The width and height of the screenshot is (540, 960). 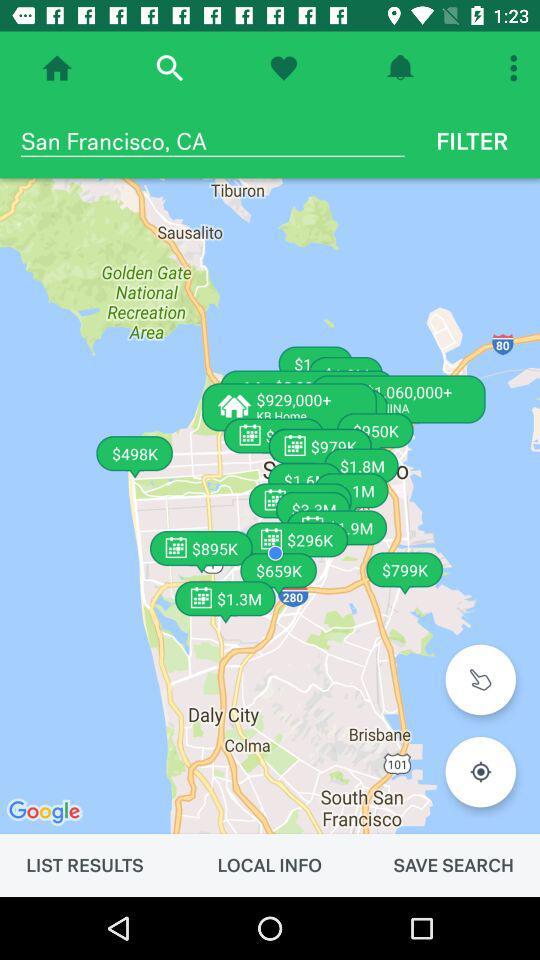 What do you see at coordinates (282, 68) in the screenshot?
I see `show favorites` at bounding box center [282, 68].